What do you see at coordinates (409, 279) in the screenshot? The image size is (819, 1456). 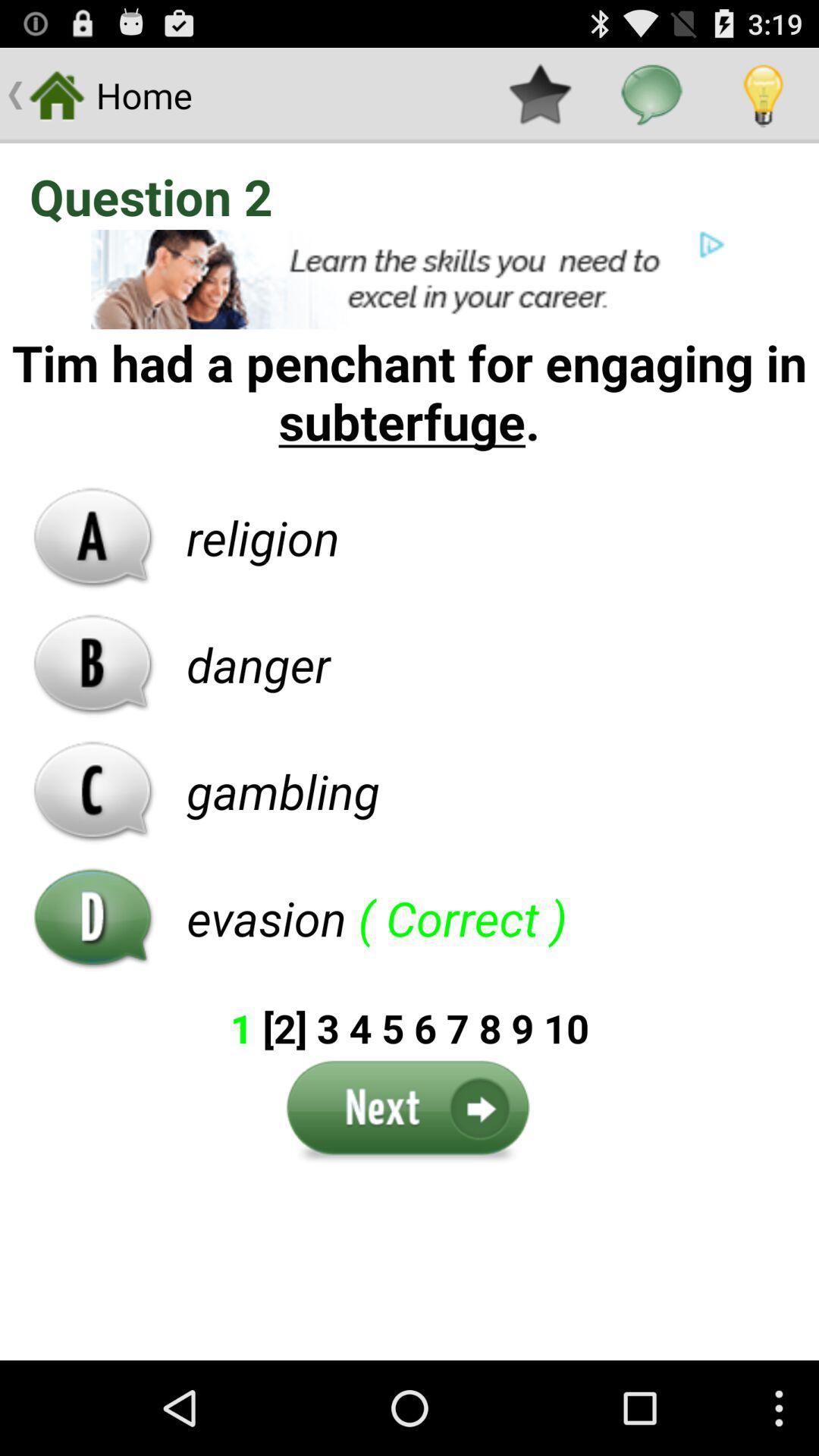 I see `see an advertisement` at bounding box center [409, 279].